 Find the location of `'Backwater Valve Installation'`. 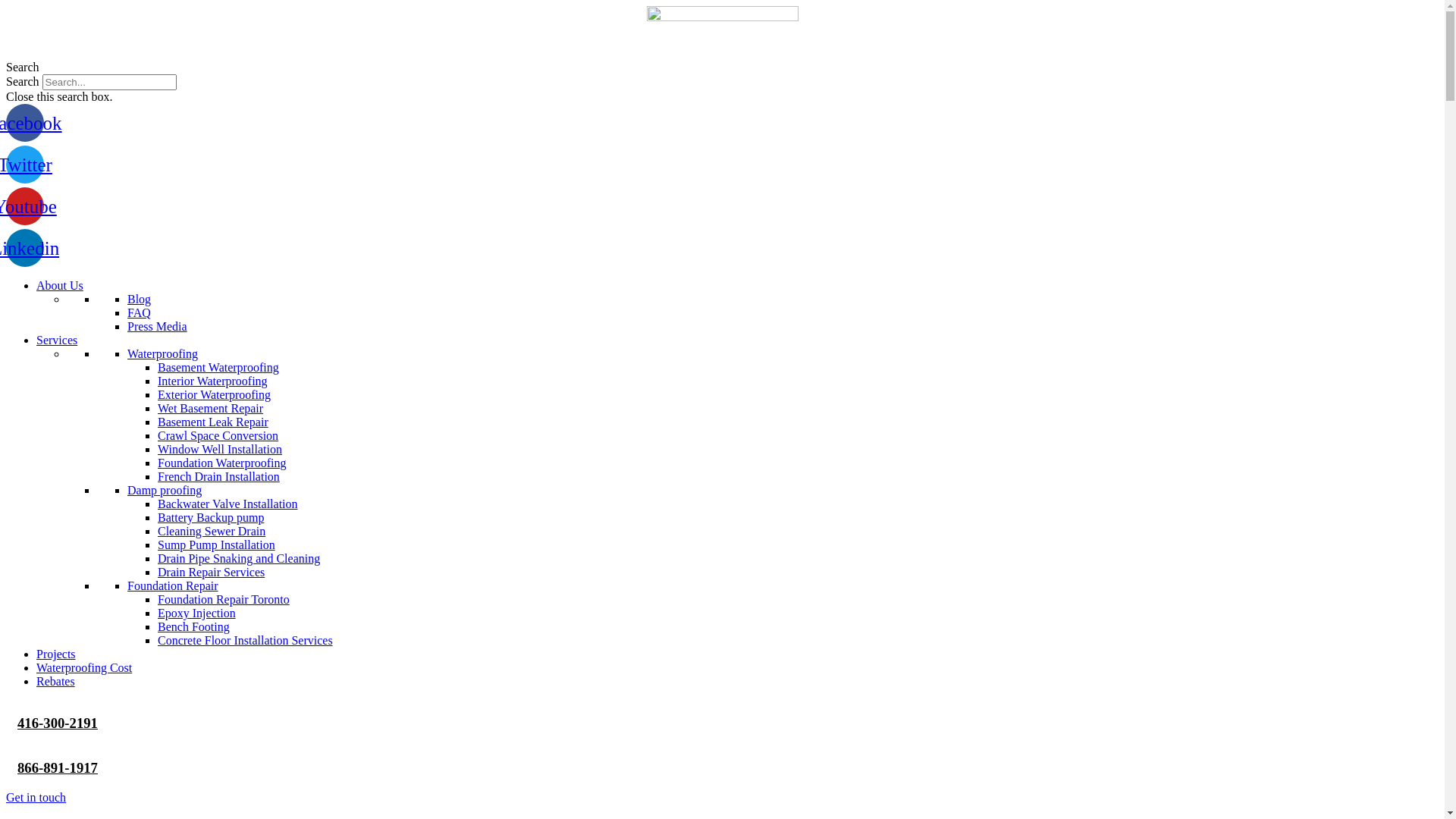

'Backwater Valve Installation' is located at coordinates (157, 504).